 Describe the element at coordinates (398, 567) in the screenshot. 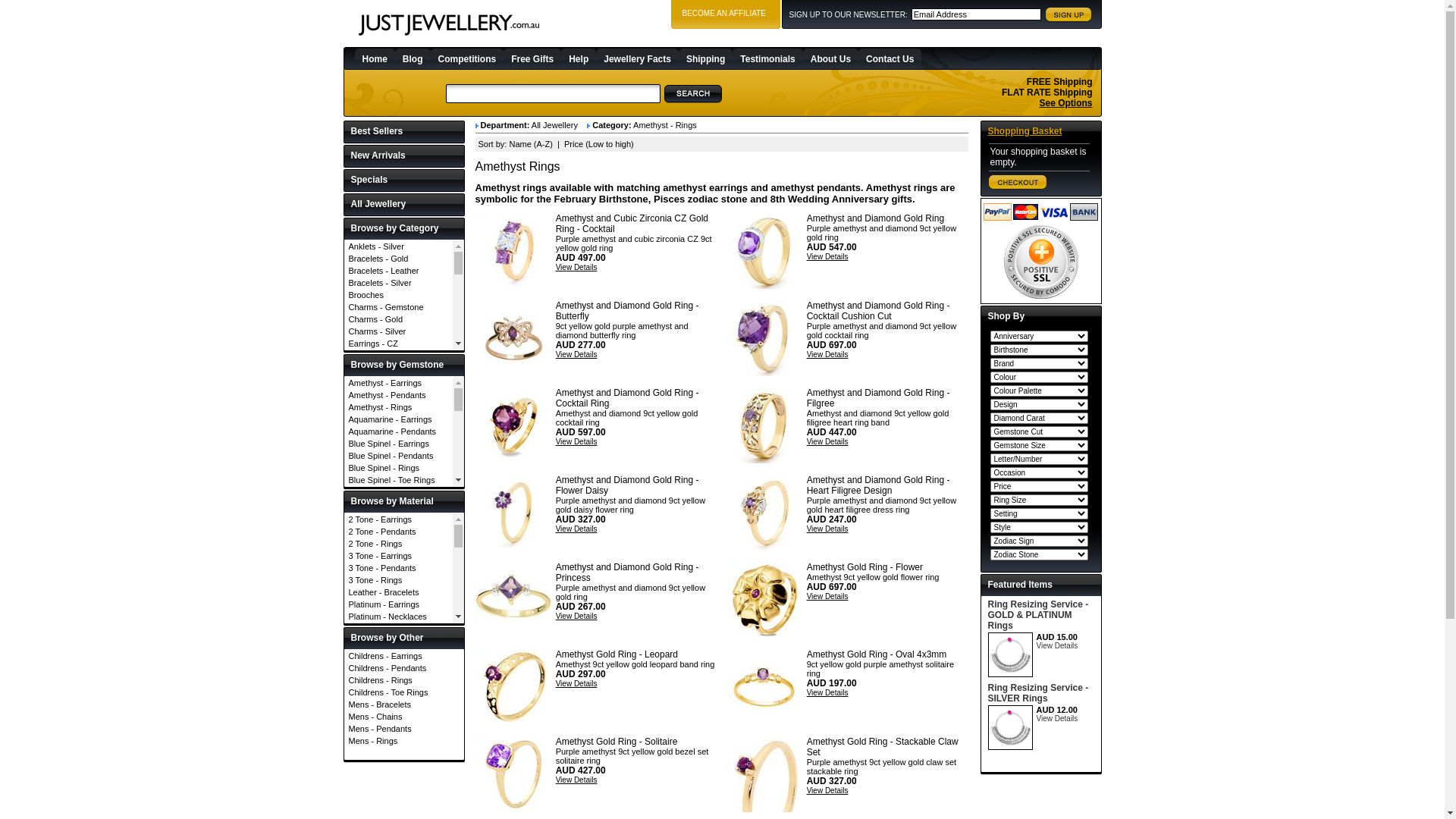

I see `'3 Tone - Pendants'` at that location.